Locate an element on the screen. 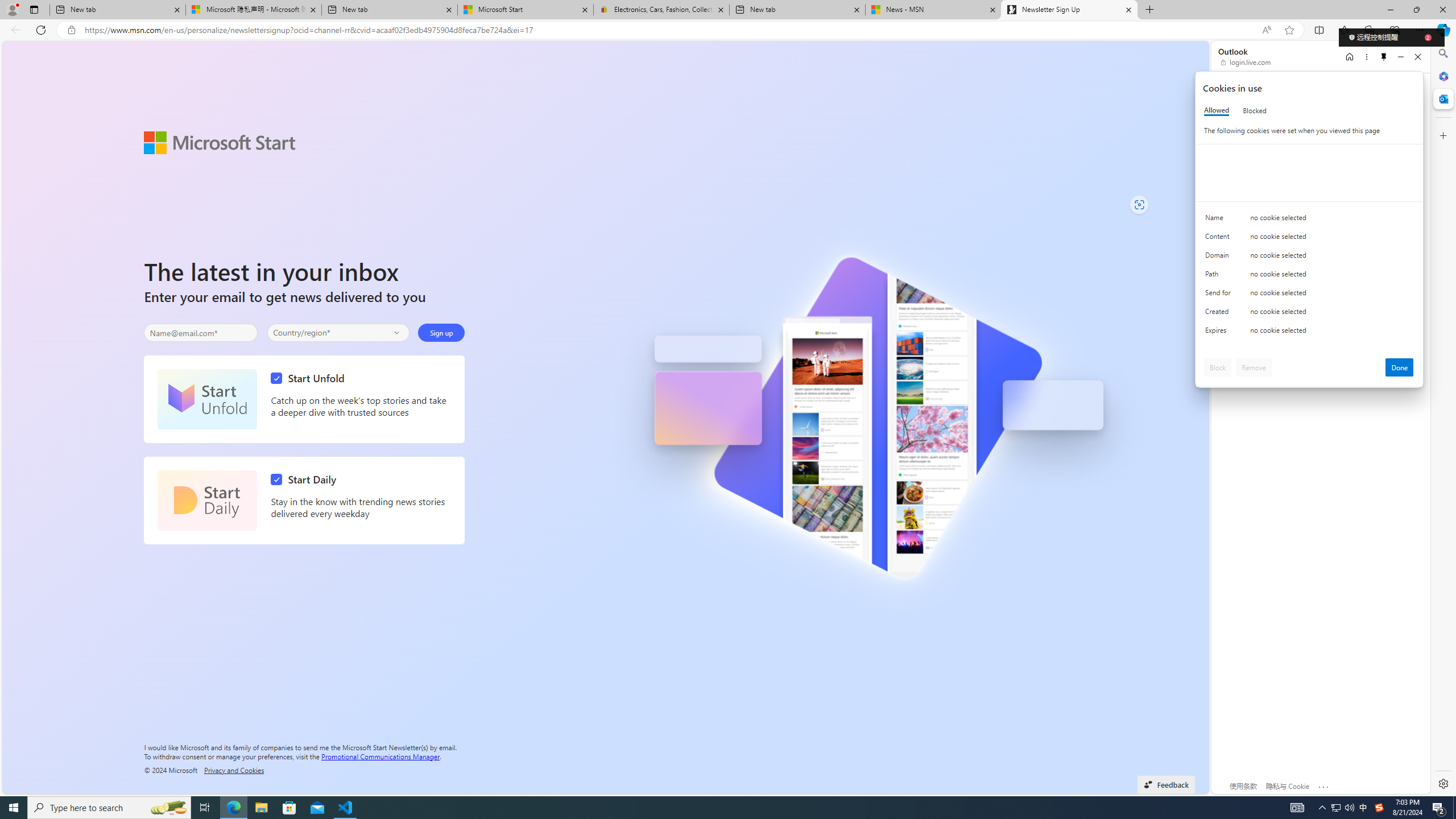  'Start Unfold' is located at coordinates (206, 399).